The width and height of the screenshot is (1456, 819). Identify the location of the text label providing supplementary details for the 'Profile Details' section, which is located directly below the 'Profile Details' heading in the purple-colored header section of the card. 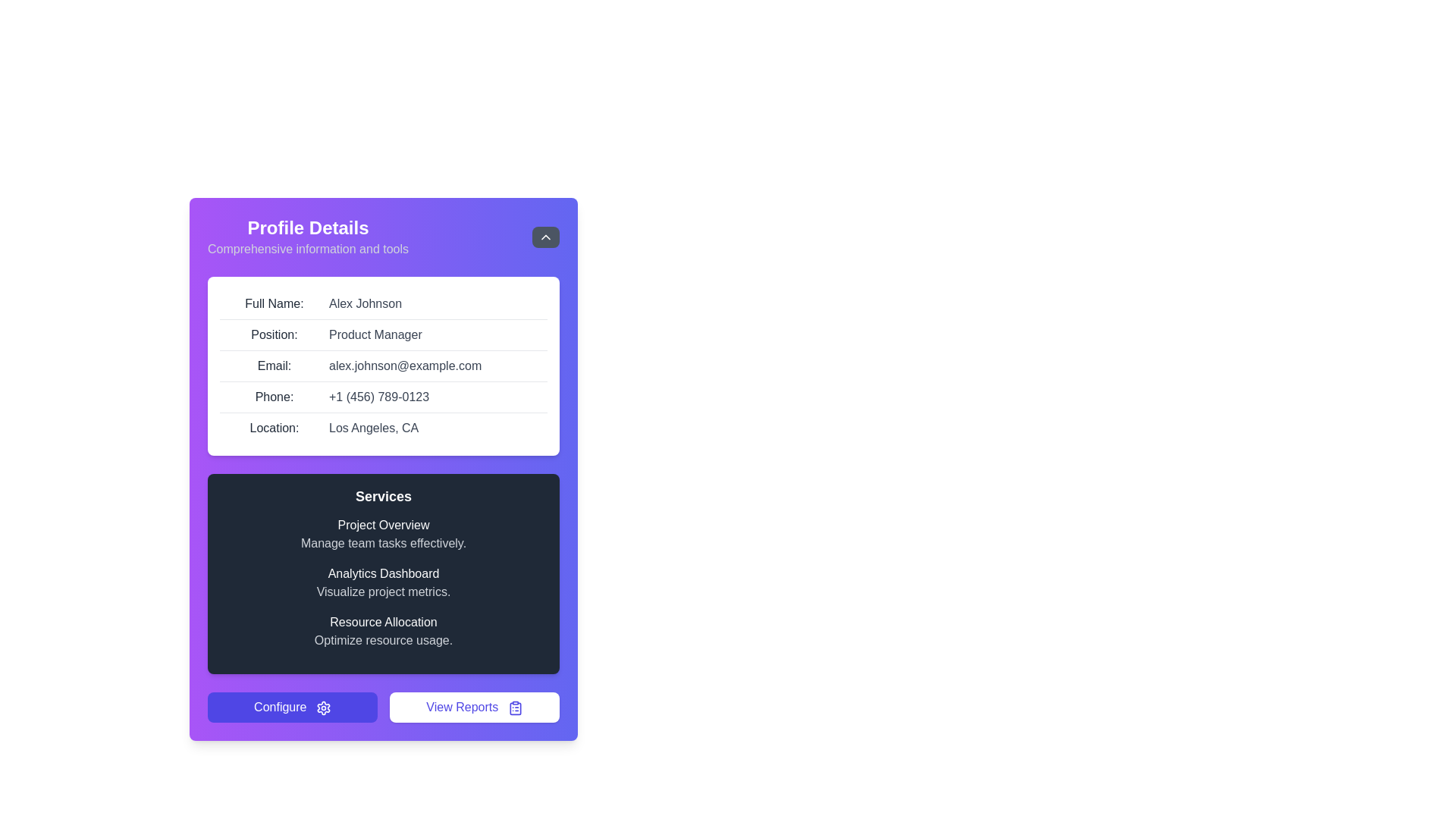
(307, 248).